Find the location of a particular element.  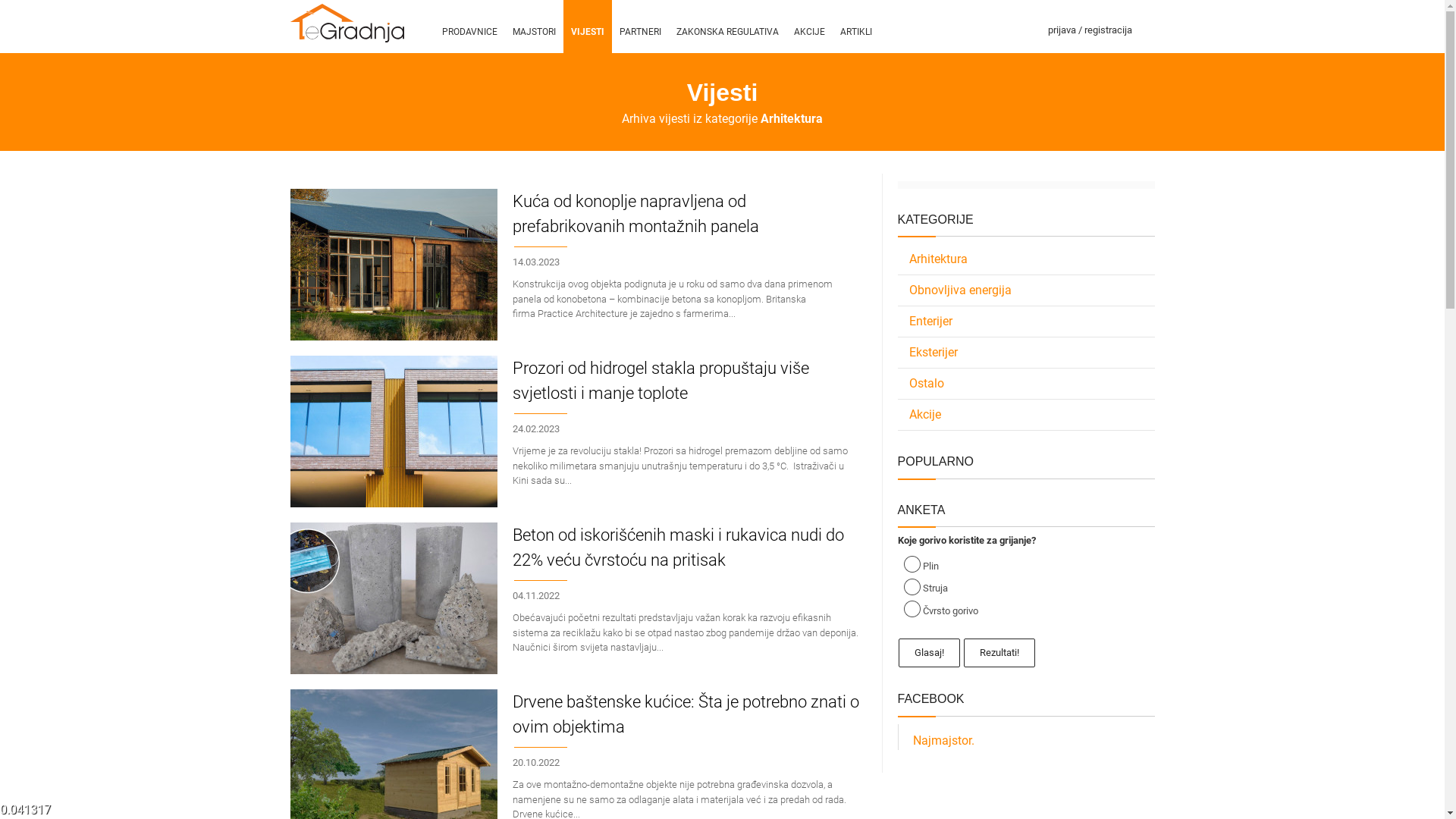

'Glasaj!' is located at coordinates (928, 651).